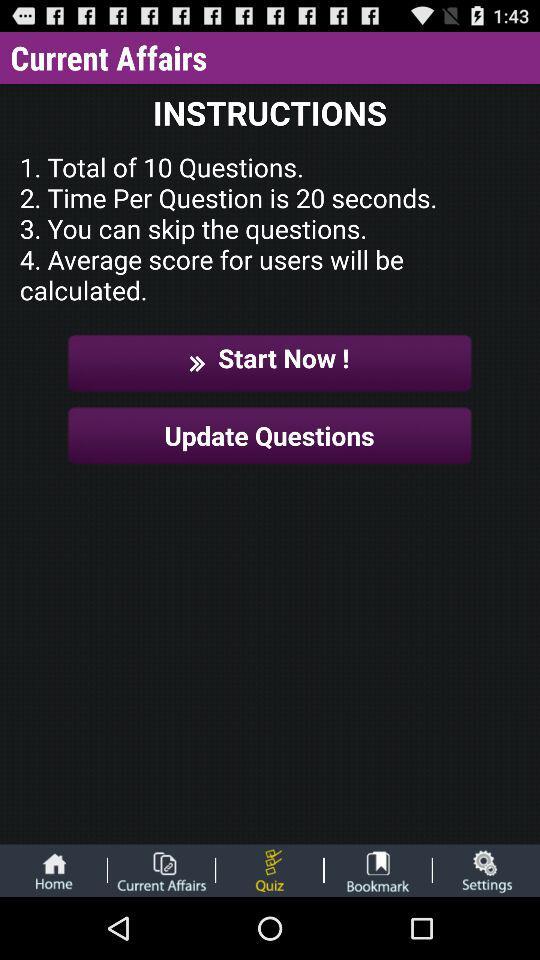 The width and height of the screenshot is (540, 960). Describe the element at coordinates (378, 869) in the screenshot. I see `mark note the instructions as bookmark` at that location.